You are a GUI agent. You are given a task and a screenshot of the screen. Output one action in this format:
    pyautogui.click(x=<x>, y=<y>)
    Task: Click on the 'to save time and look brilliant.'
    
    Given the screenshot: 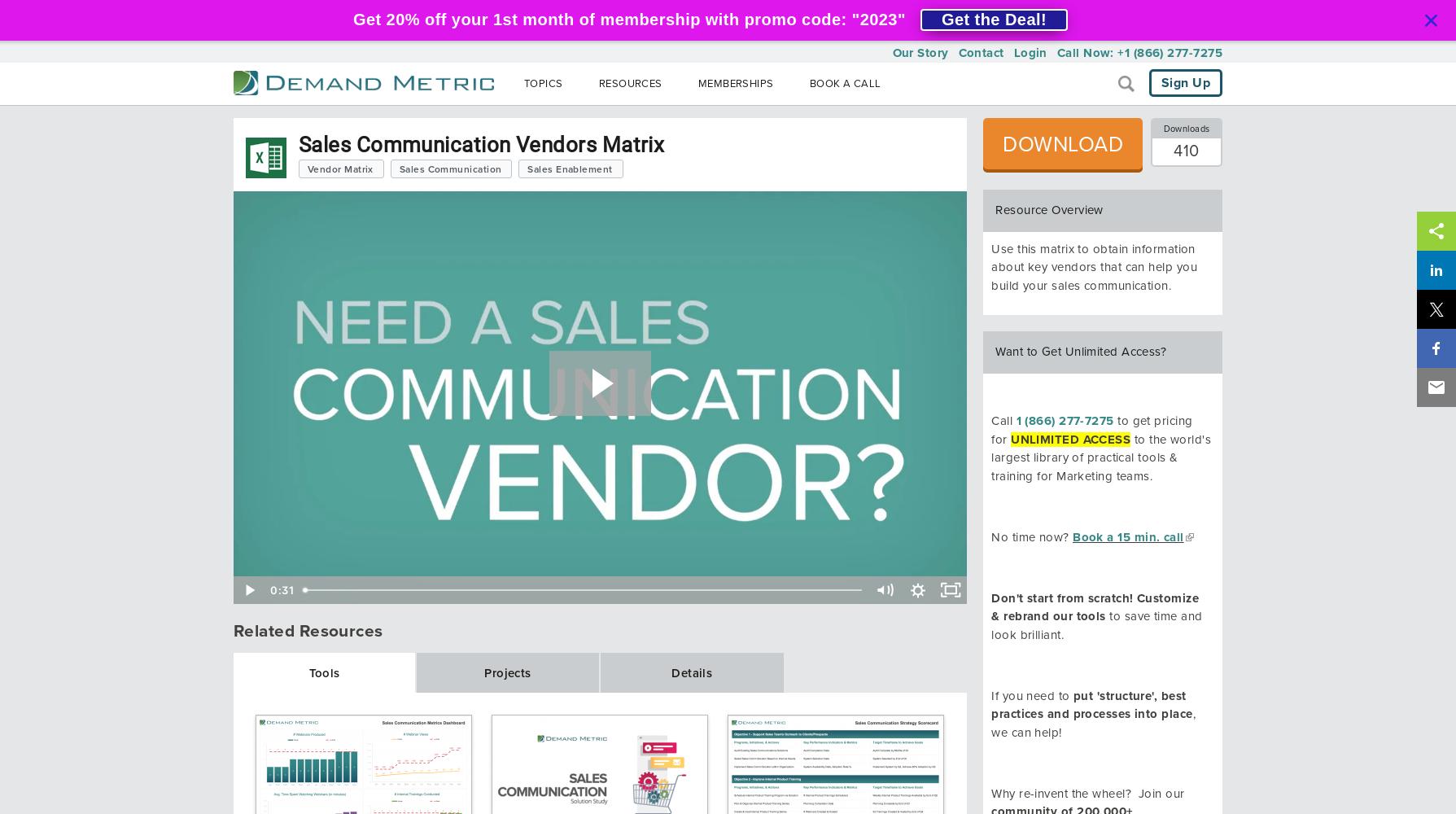 What is the action you would take?
    pyautogui.click(x=1096, y=625)
    